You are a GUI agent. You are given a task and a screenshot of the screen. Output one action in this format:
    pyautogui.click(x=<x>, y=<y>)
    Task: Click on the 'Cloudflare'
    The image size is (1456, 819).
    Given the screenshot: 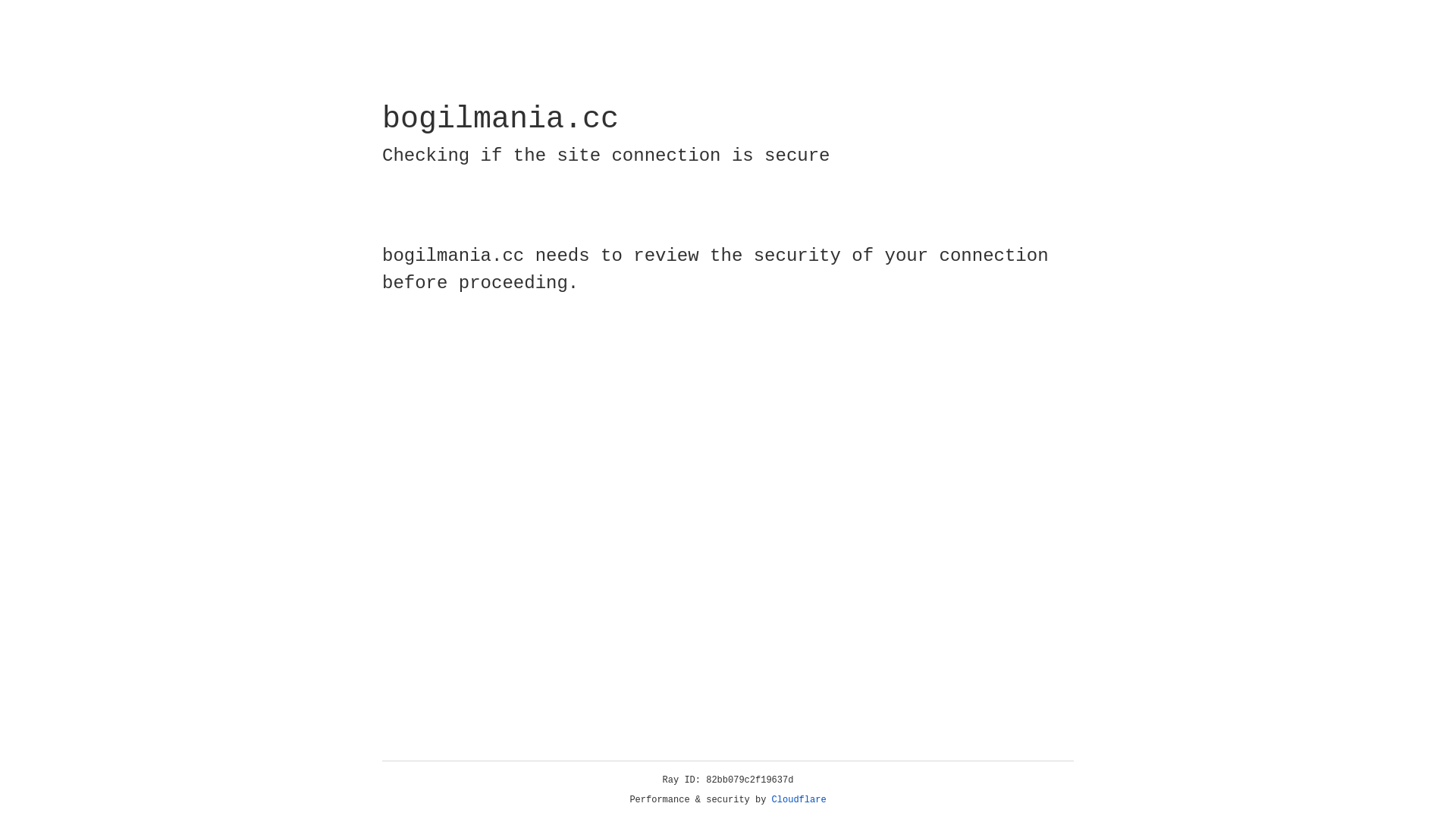 What is the action you would take?
    pyautogui.click(x=771, y=799)
    